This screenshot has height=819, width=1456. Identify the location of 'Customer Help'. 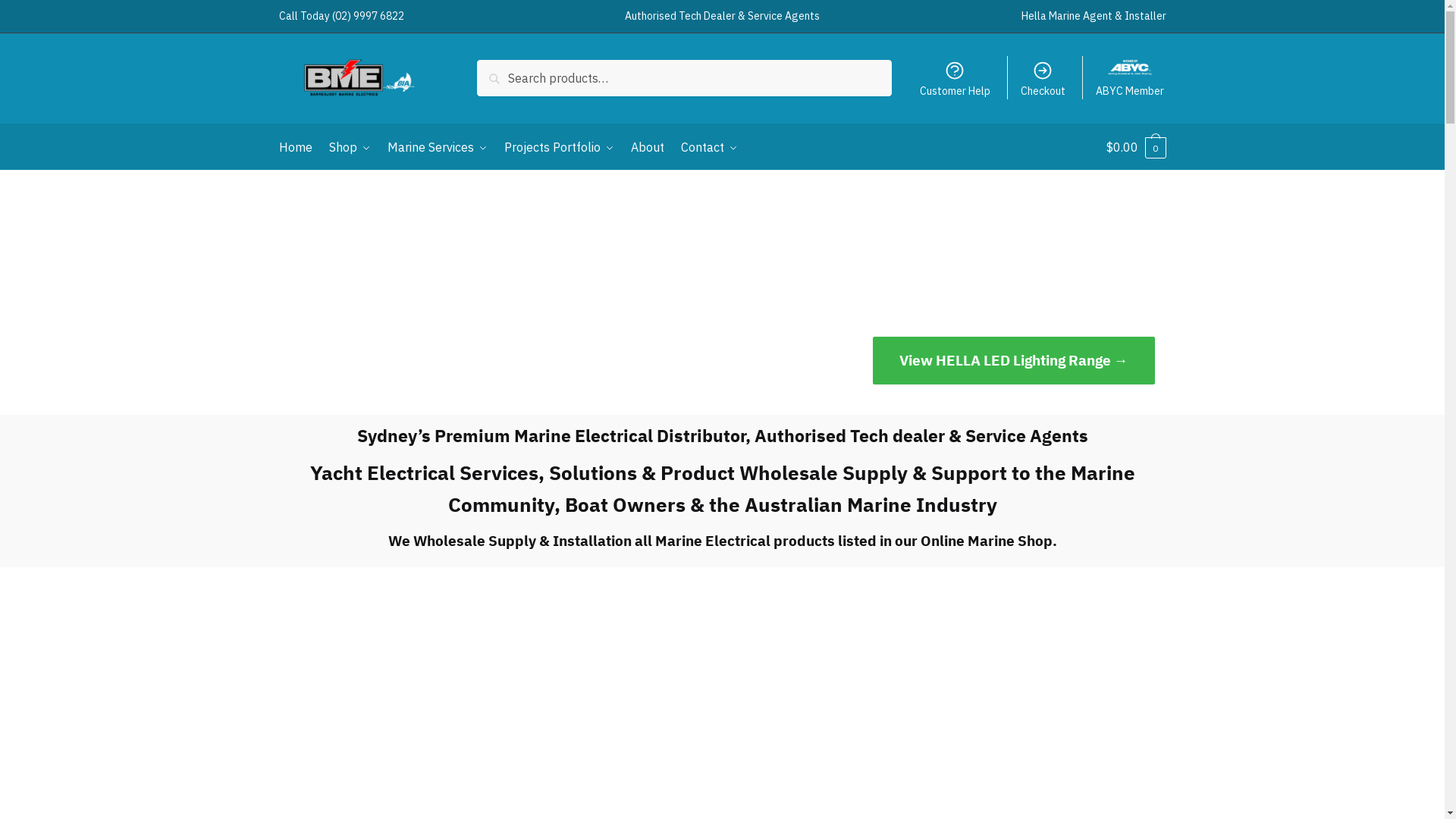
(953, 78).